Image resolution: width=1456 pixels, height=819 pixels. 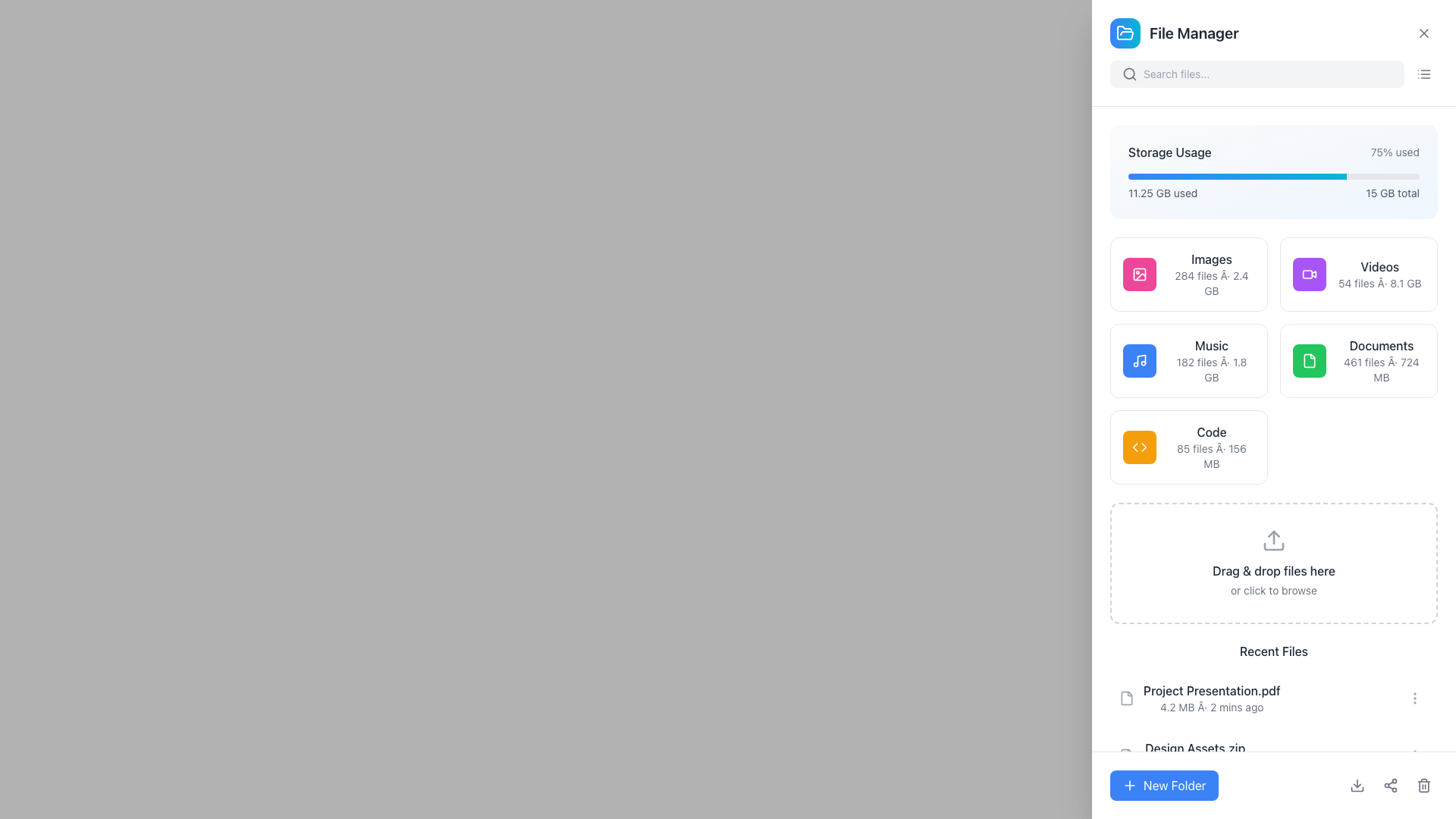 What do you see at coordinates (1423, 33) in the screenshot?
I see `the close or cancel icon represented as a gray 'X' in the top-right corner of the application header` at bounding box center [1423, 33].